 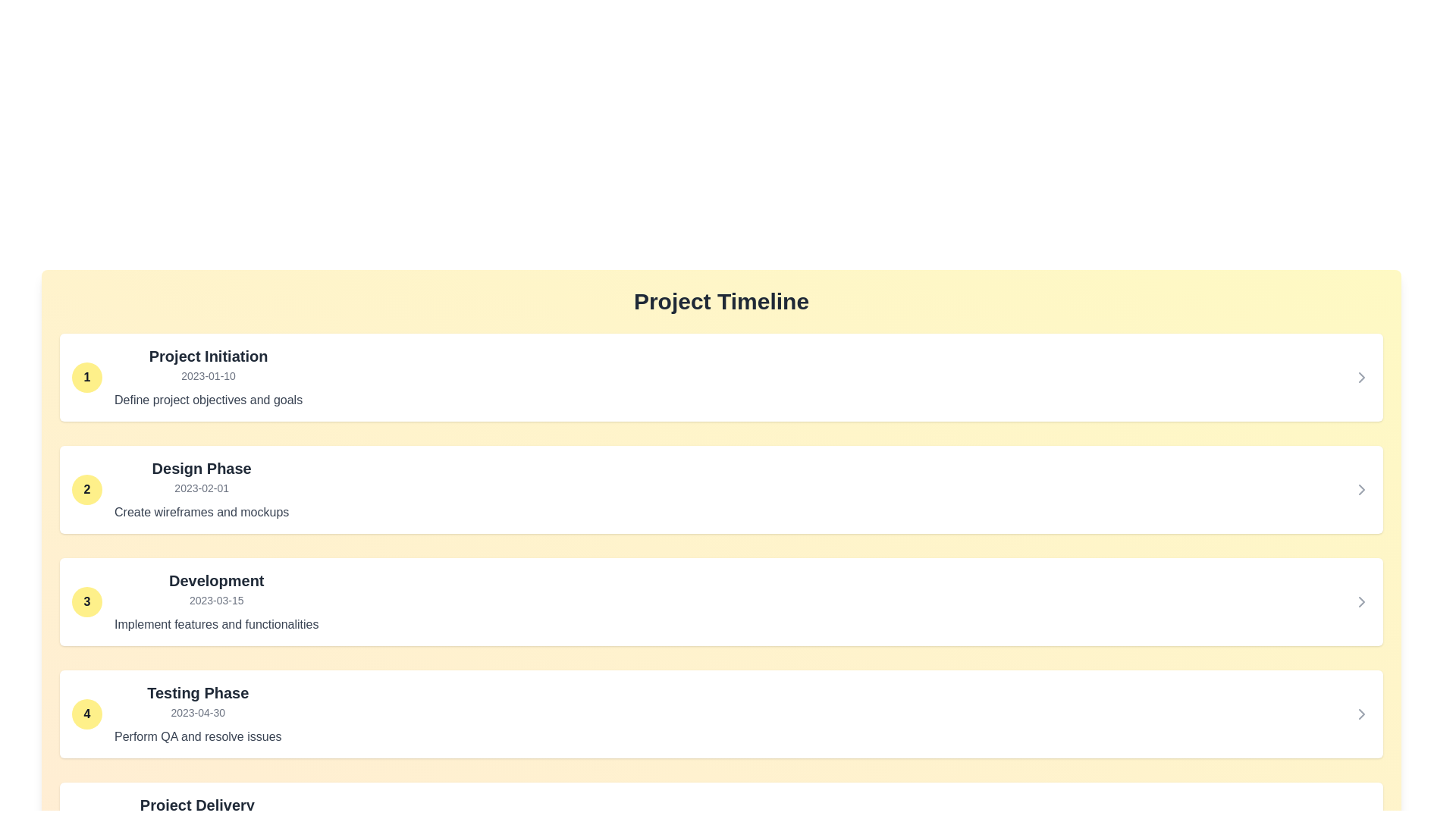 What do you see at coordinates (208, 356) in the screenshot?
I see `title 'Project Initiation' from the text label that serves as the header for the first phase of the 'Project Timeline'` at bounding box center [208, 356].